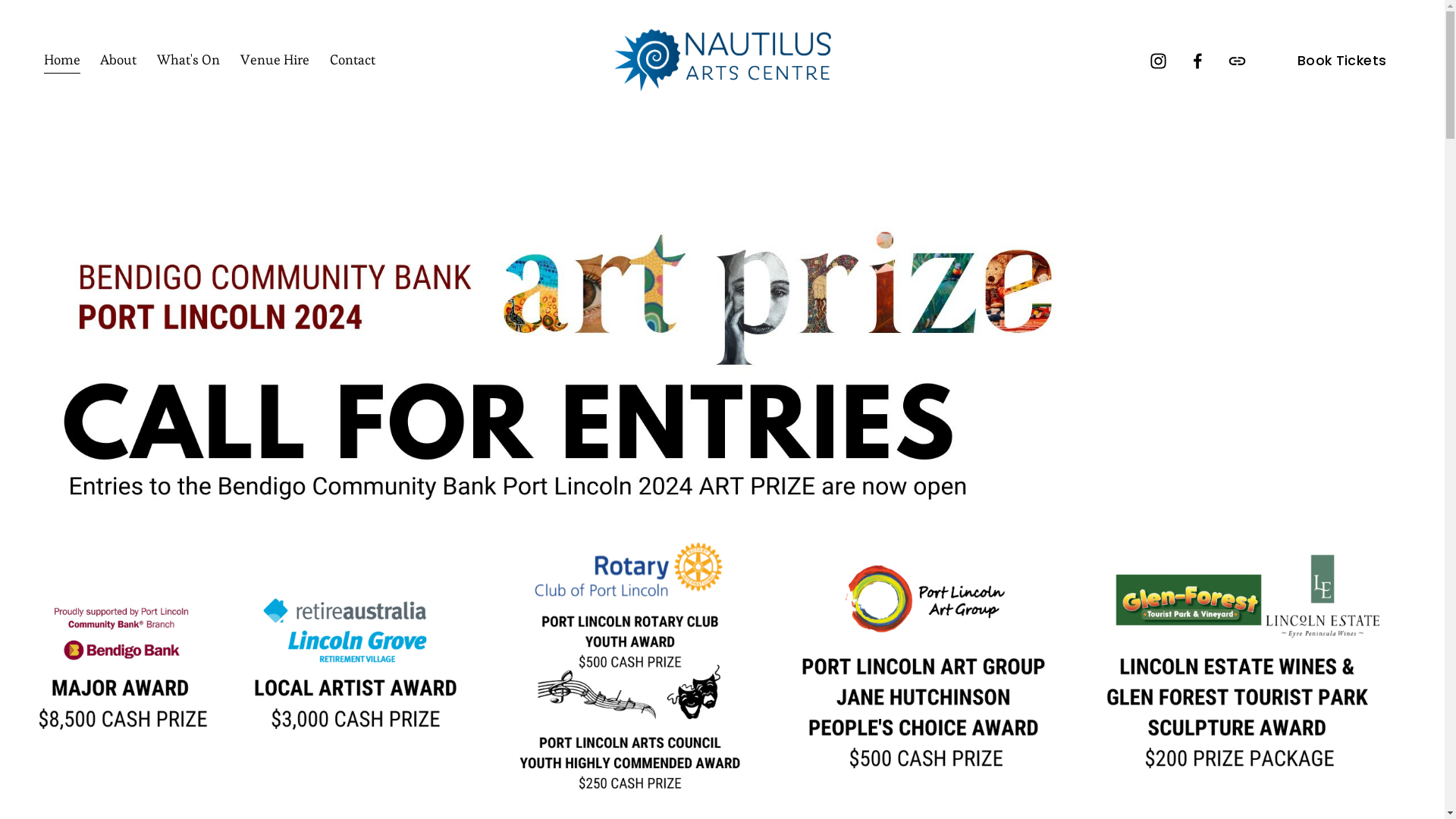 This screenshot has height=819, width=1456. Describe the element at coordinates (275, 59) in the screenshot. I see `'Venue Hire'` at that location.